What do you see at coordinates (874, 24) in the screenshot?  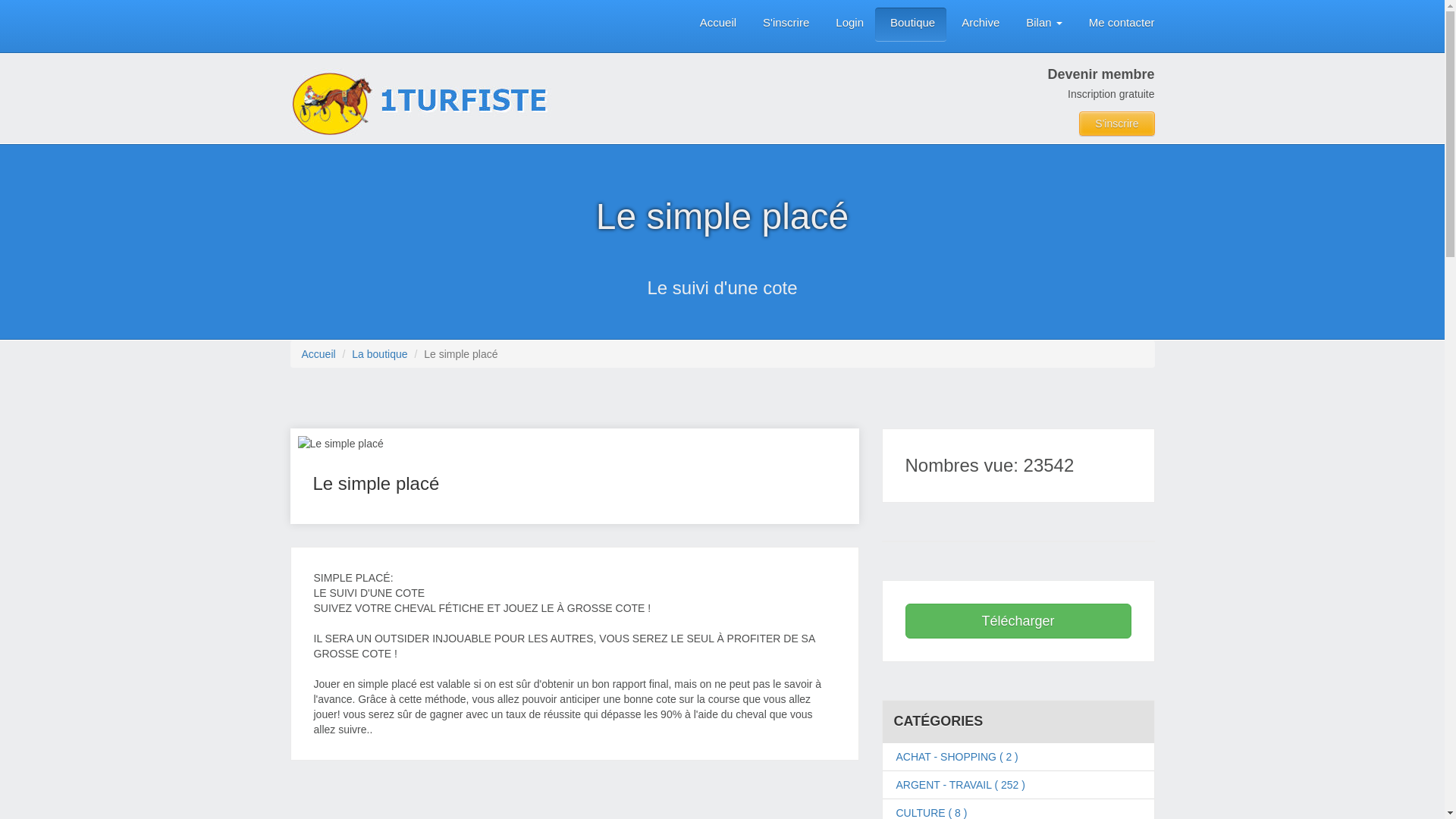 I see `'Boutique'` at bounding box center [874, 24].